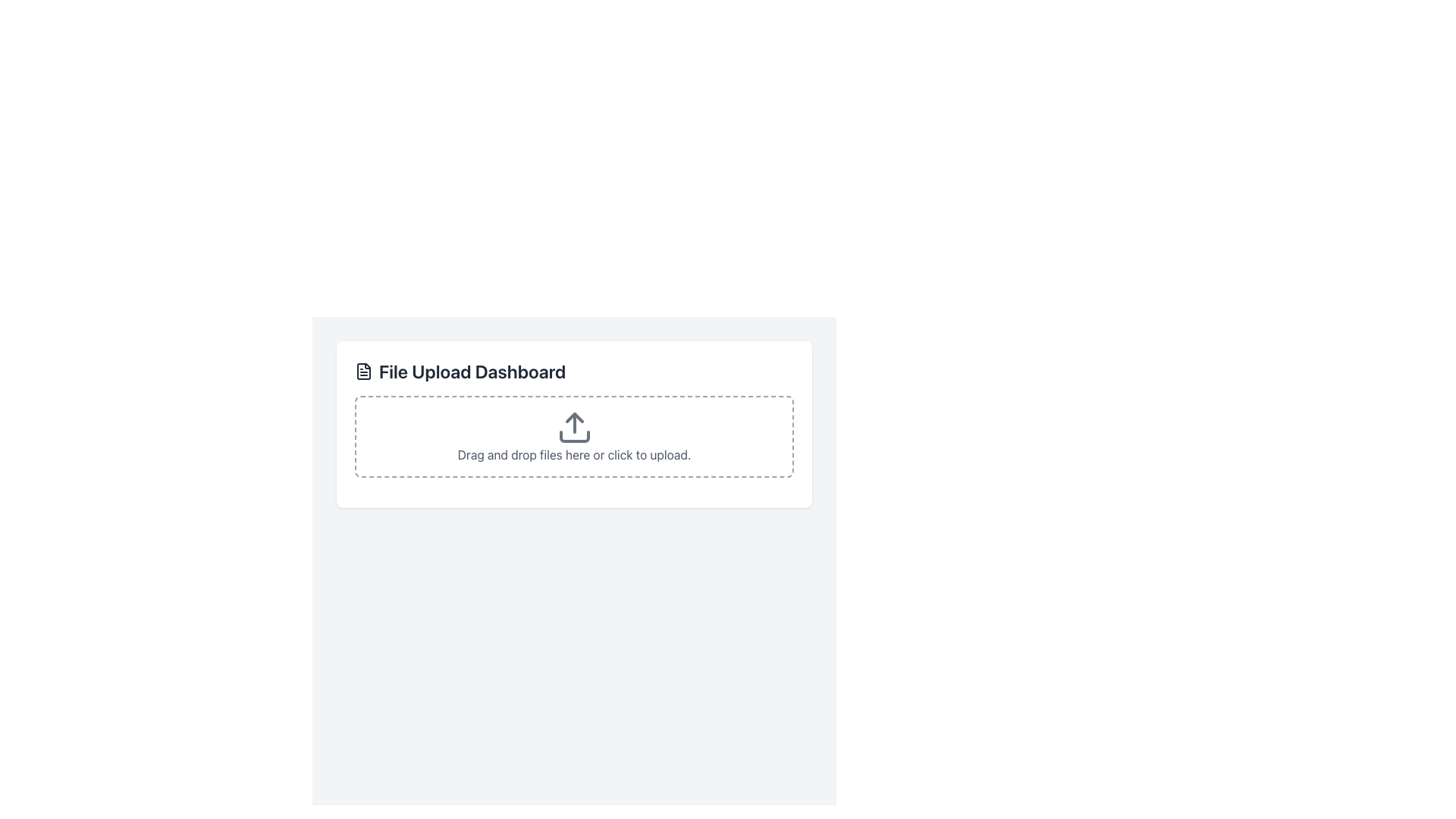  I want to click on the middle component of the upload icon, which visually indicates the upload function in the File Upload Dashboard, so click(573, 418).